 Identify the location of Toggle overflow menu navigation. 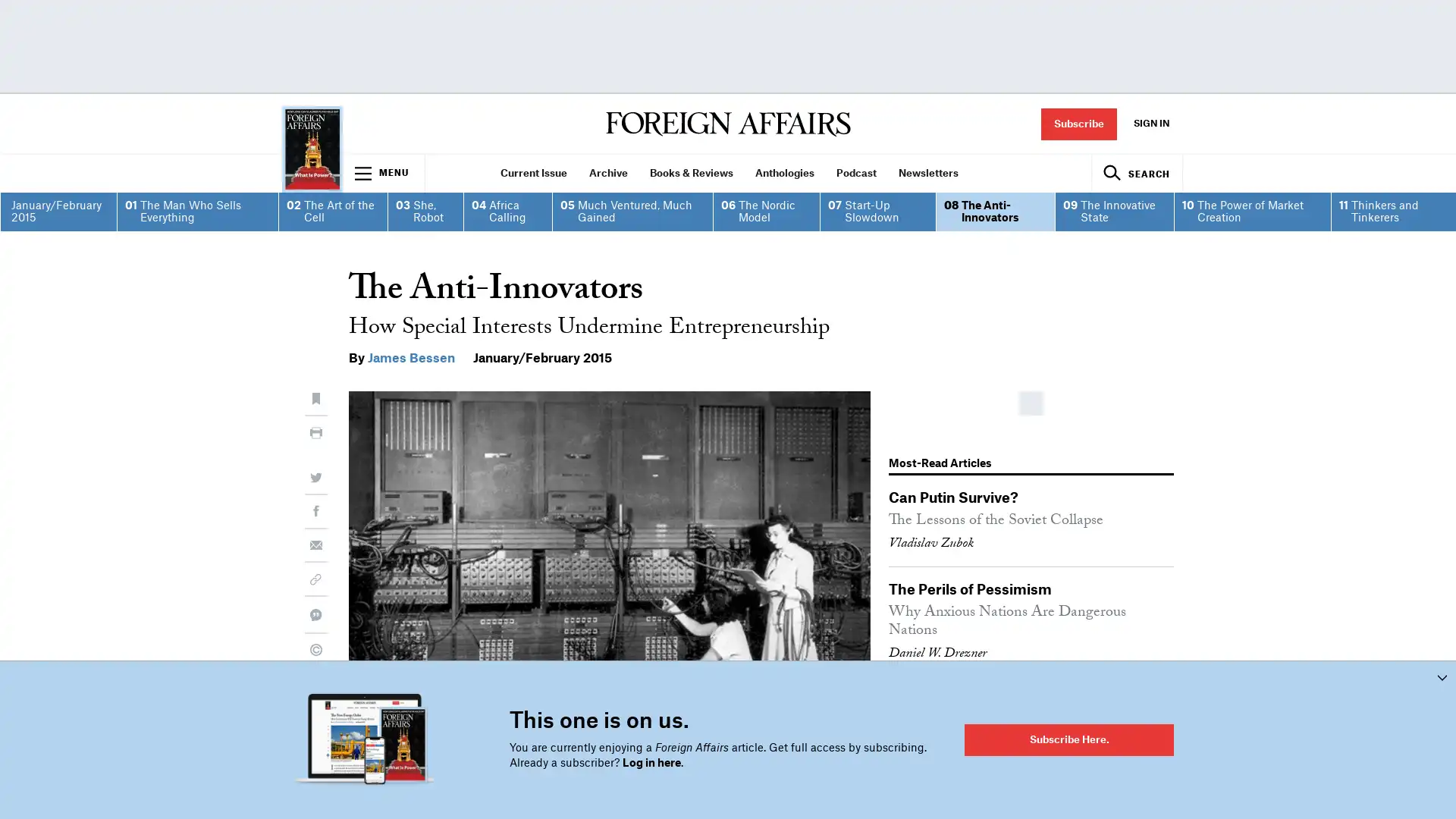
(383, 172).